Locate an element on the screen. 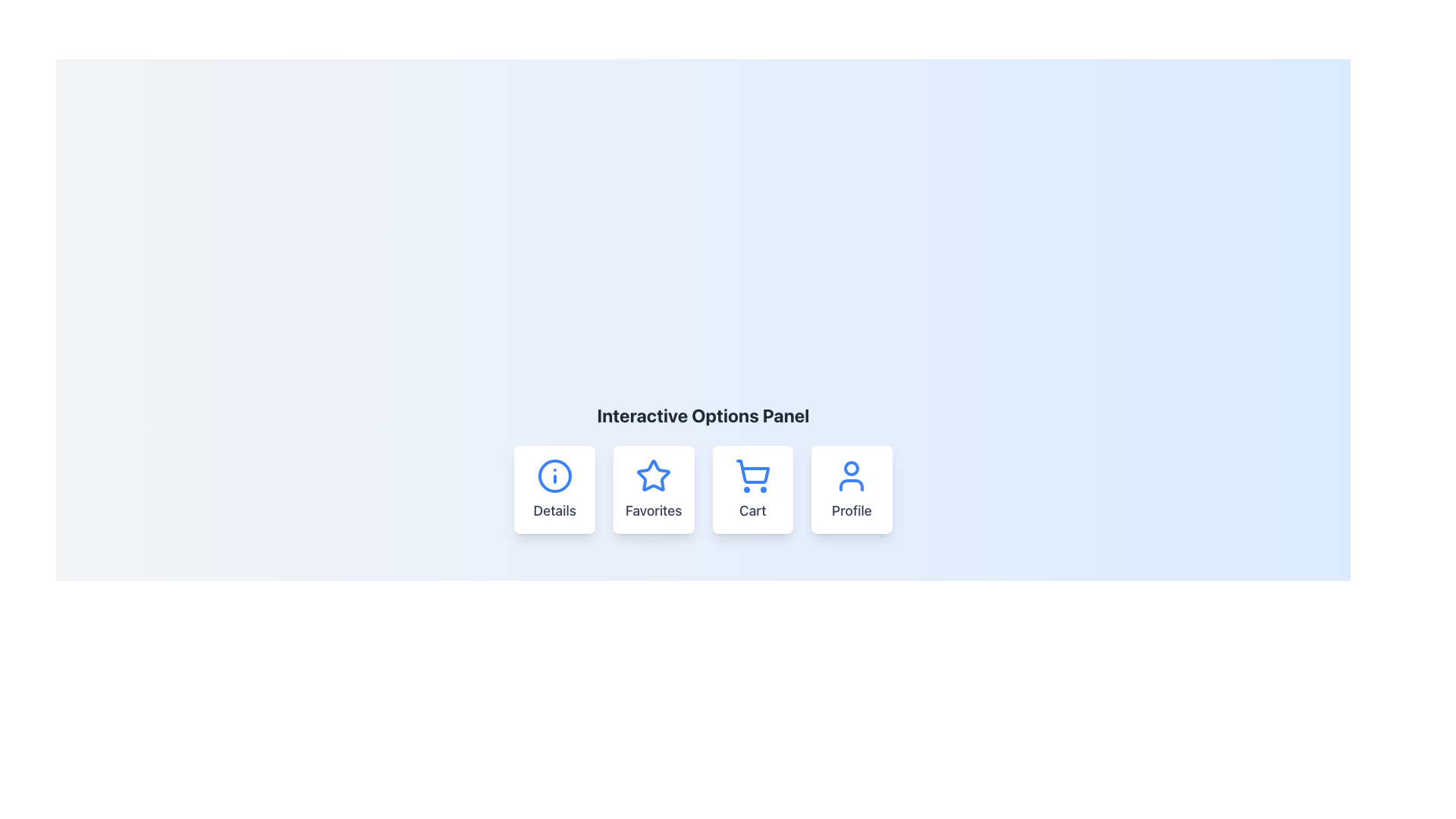 This screenshot has width=1456, height=819. the text label that reads 'Cart', which is styled with medium weight and dark gray color, positioned below the shopping cart icon in a rounded rectangular button as the third option in a set of four buttons is located at coordinates (752, 511).